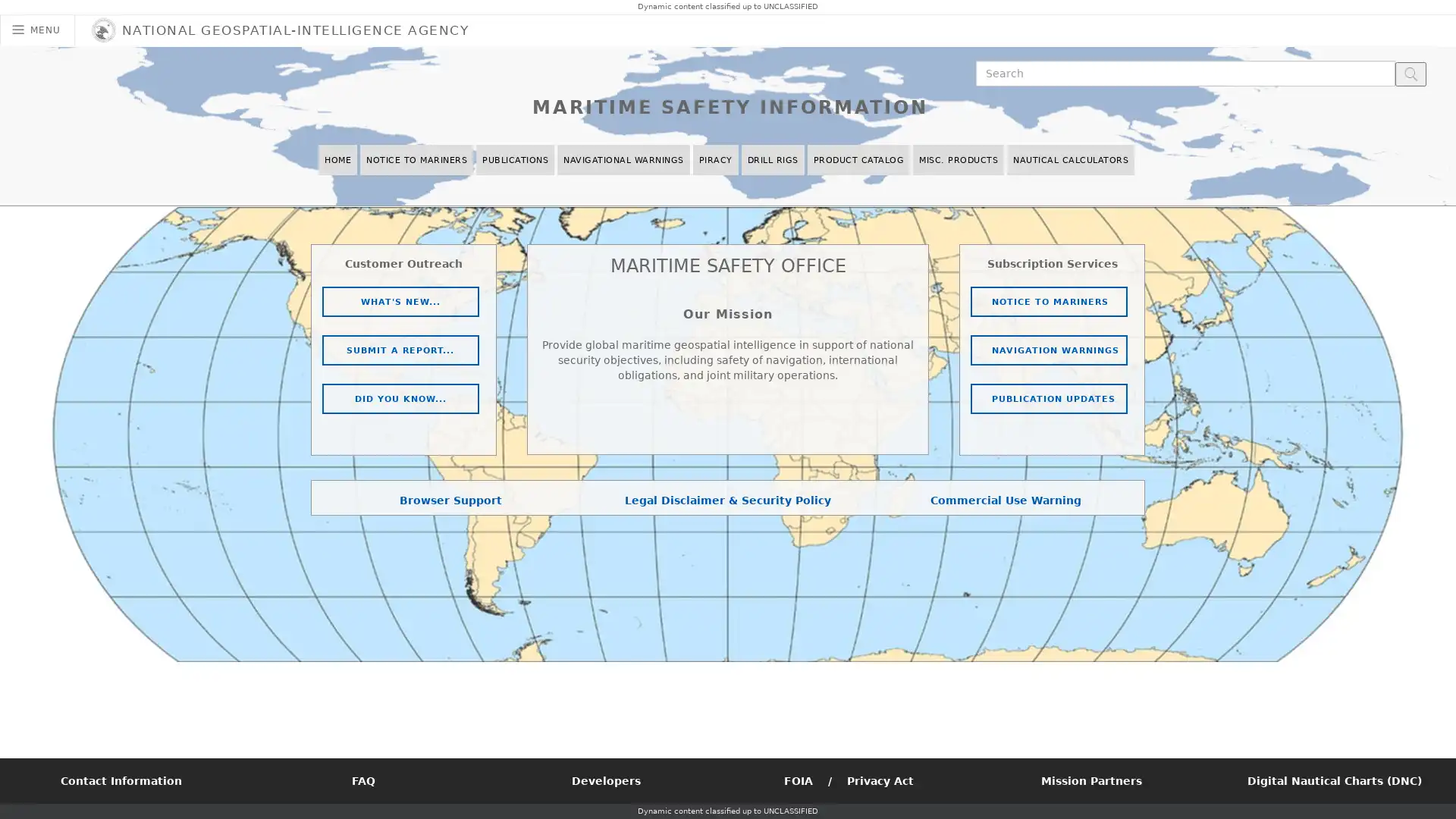  I want to click on search, so click(1409, 73).